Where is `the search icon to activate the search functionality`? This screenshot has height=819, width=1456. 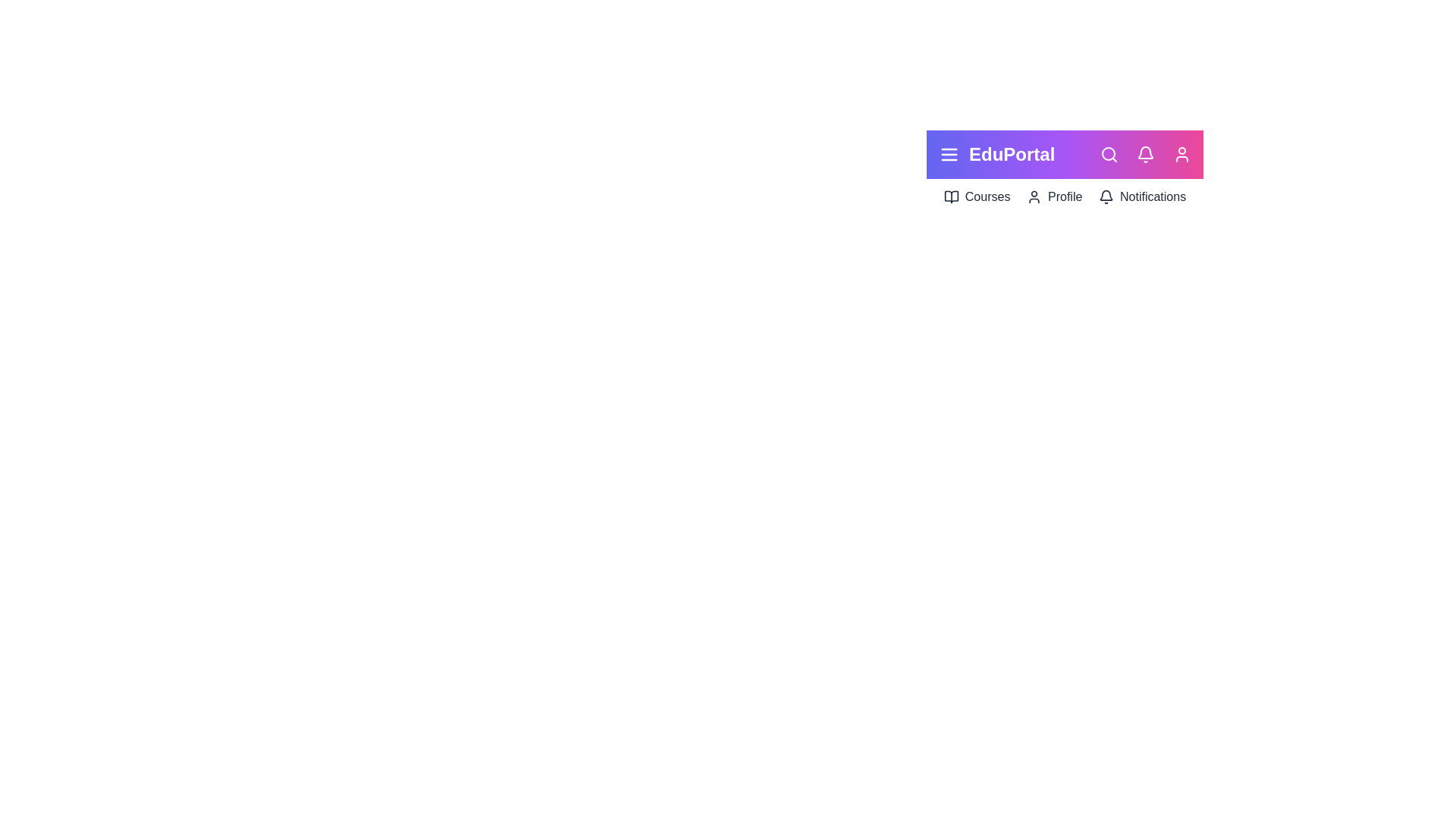
the search icon to activate the search functionality is located at coordinates (1109, 155).